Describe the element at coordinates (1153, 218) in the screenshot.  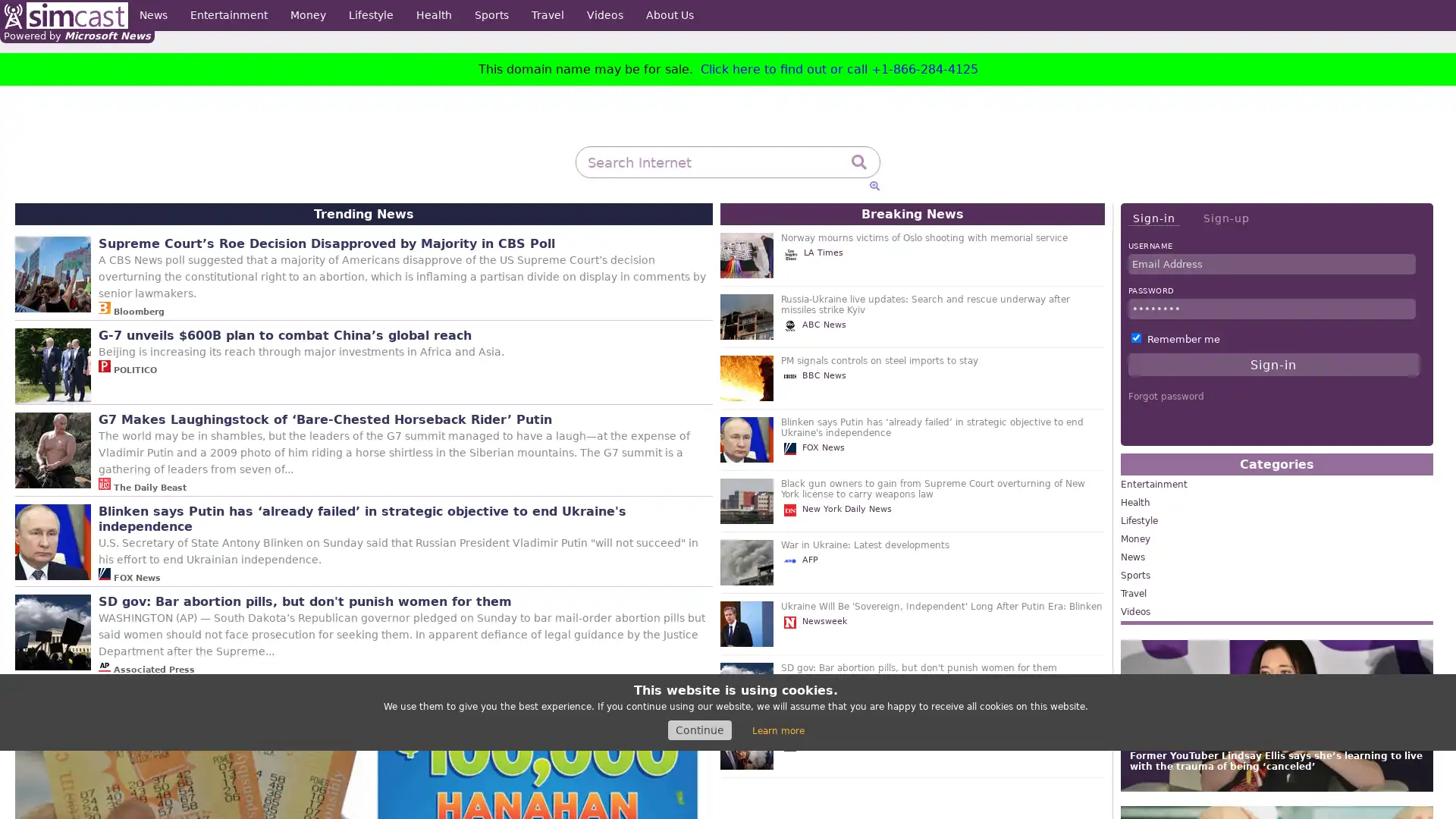
I see `Sign-in` at that location.